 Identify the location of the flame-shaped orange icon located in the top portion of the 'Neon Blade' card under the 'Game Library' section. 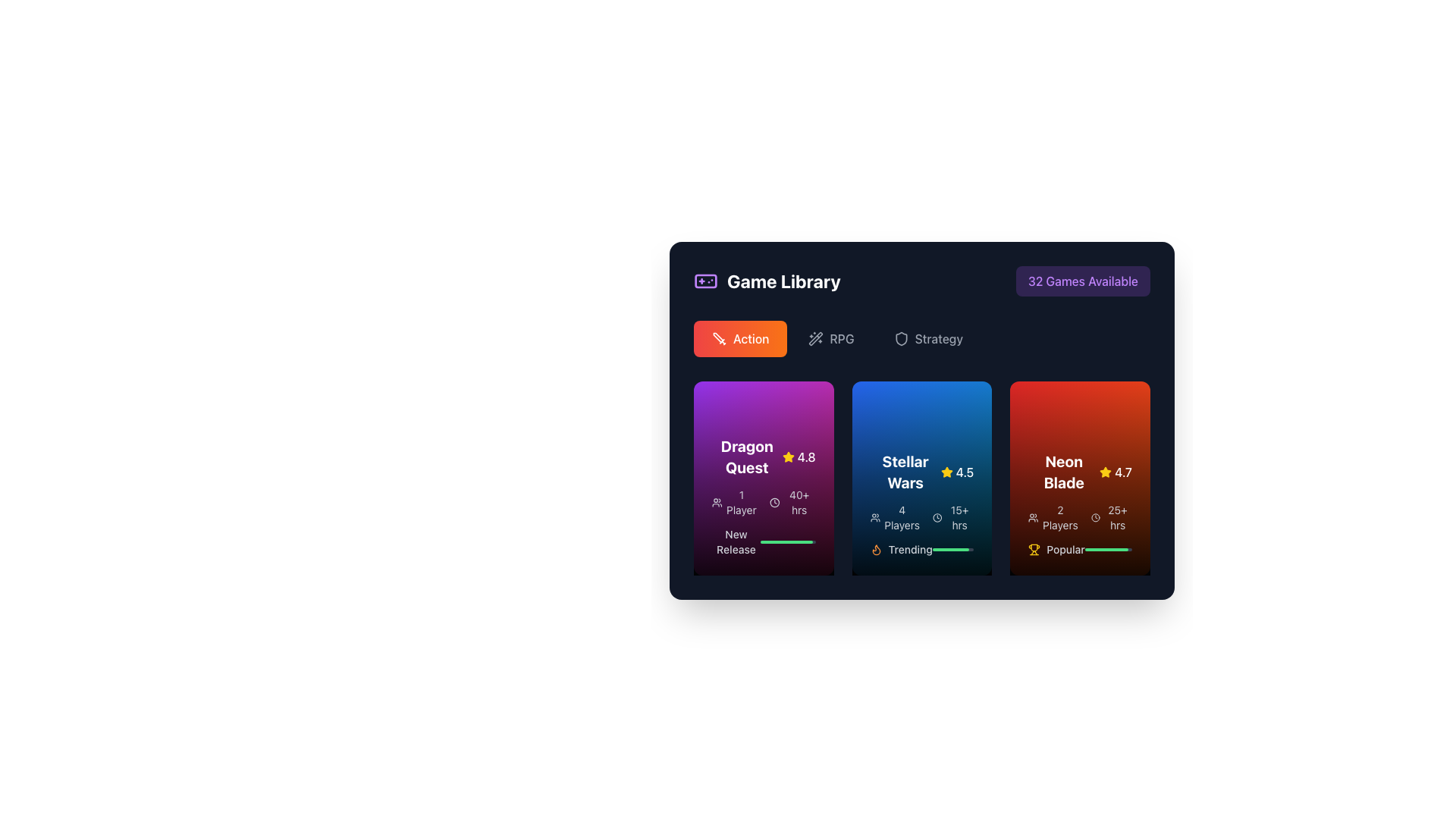
(876, 550).